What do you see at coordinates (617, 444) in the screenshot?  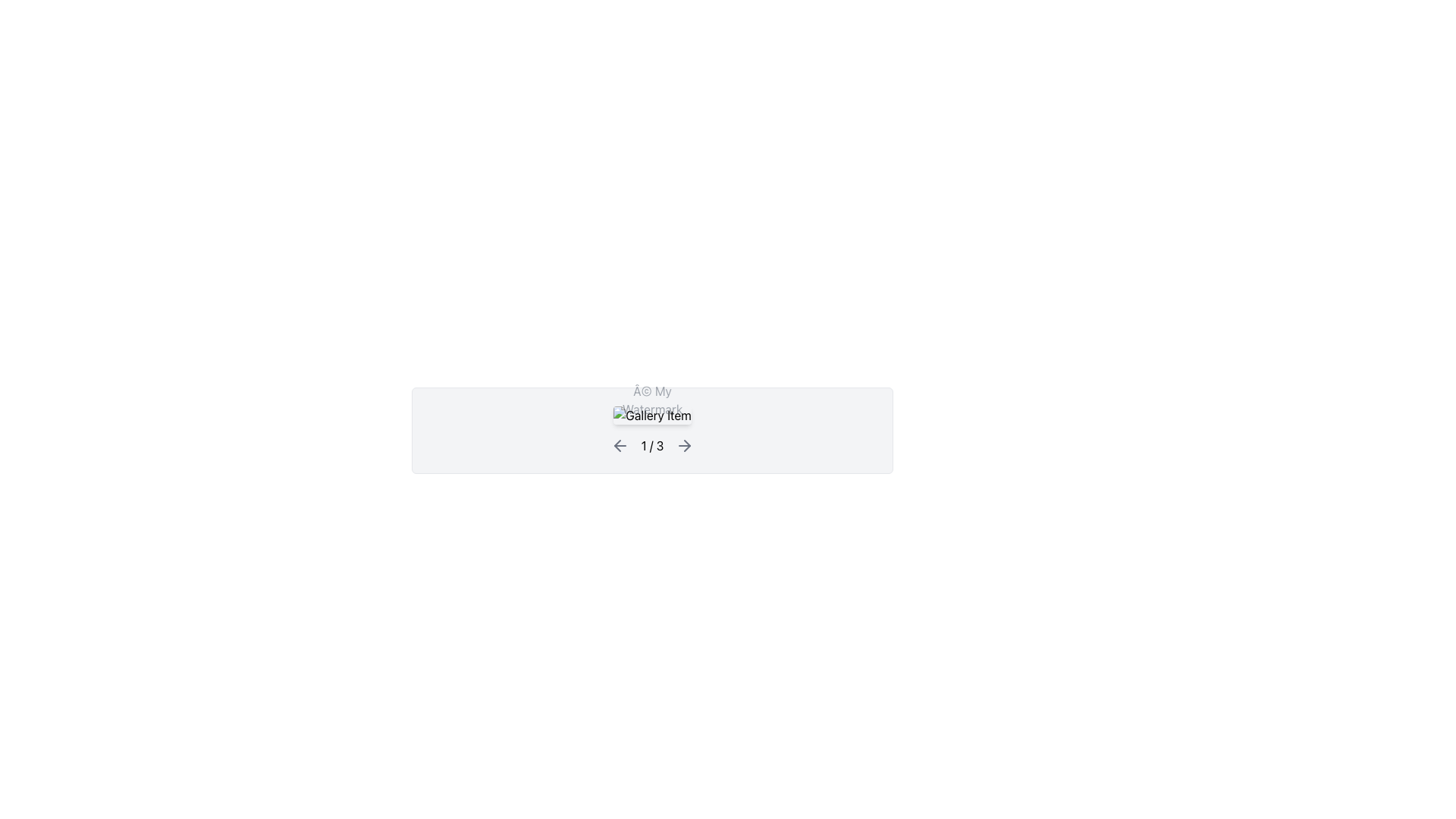 I see `the left arrow icon in the navigation section` at bounding box center [617, 444].